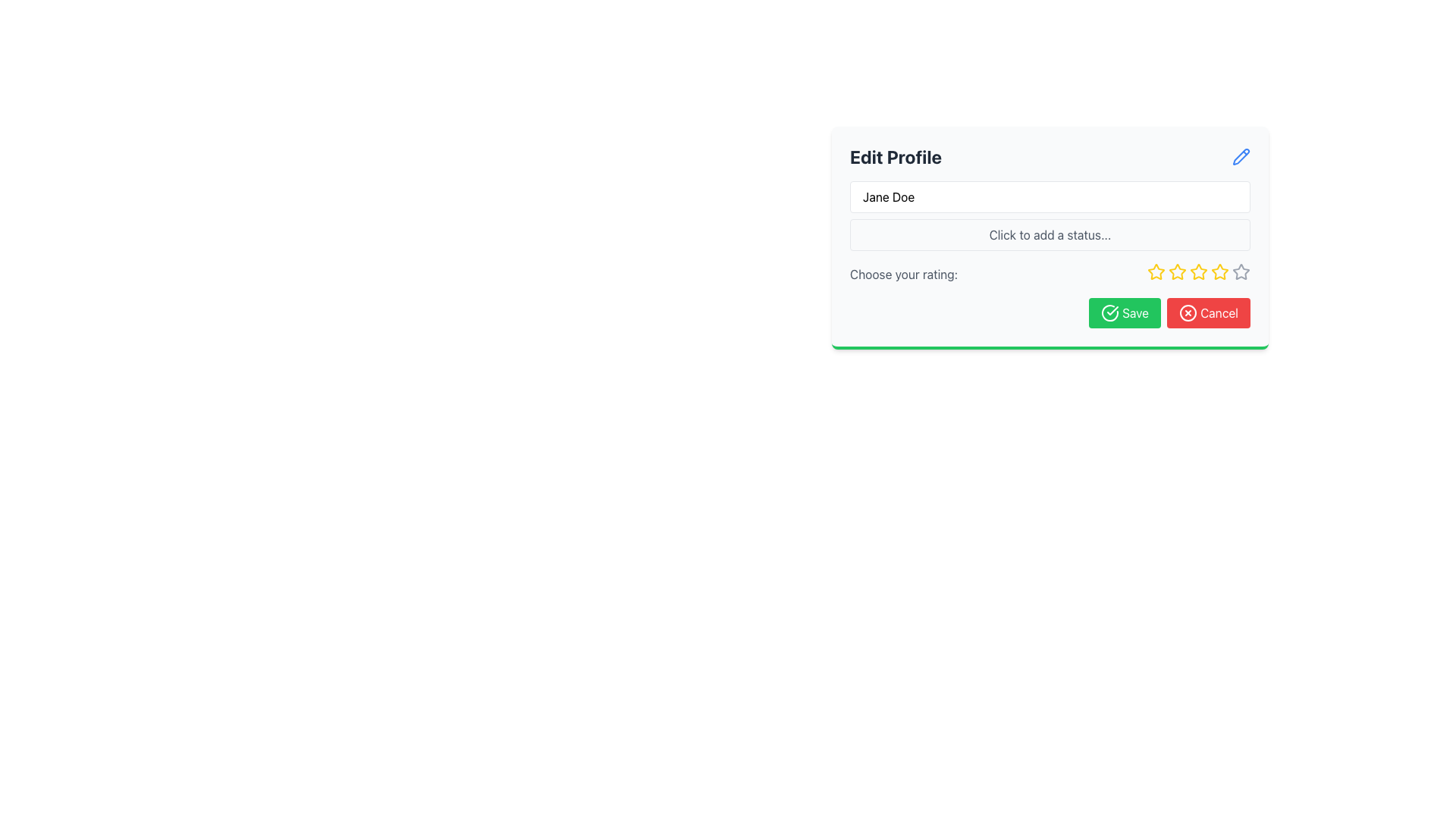 Image resolution: width=1456 pixels, height=819 pixels. I want to click on the fifth star rating icon, which is part of a horizontal row of rating icons positioned below the text input field labeled 'Choose your rating:' and above the 'Save' and 'Cancel' buttons, to indicate a possible selection, so click(1219, 271).